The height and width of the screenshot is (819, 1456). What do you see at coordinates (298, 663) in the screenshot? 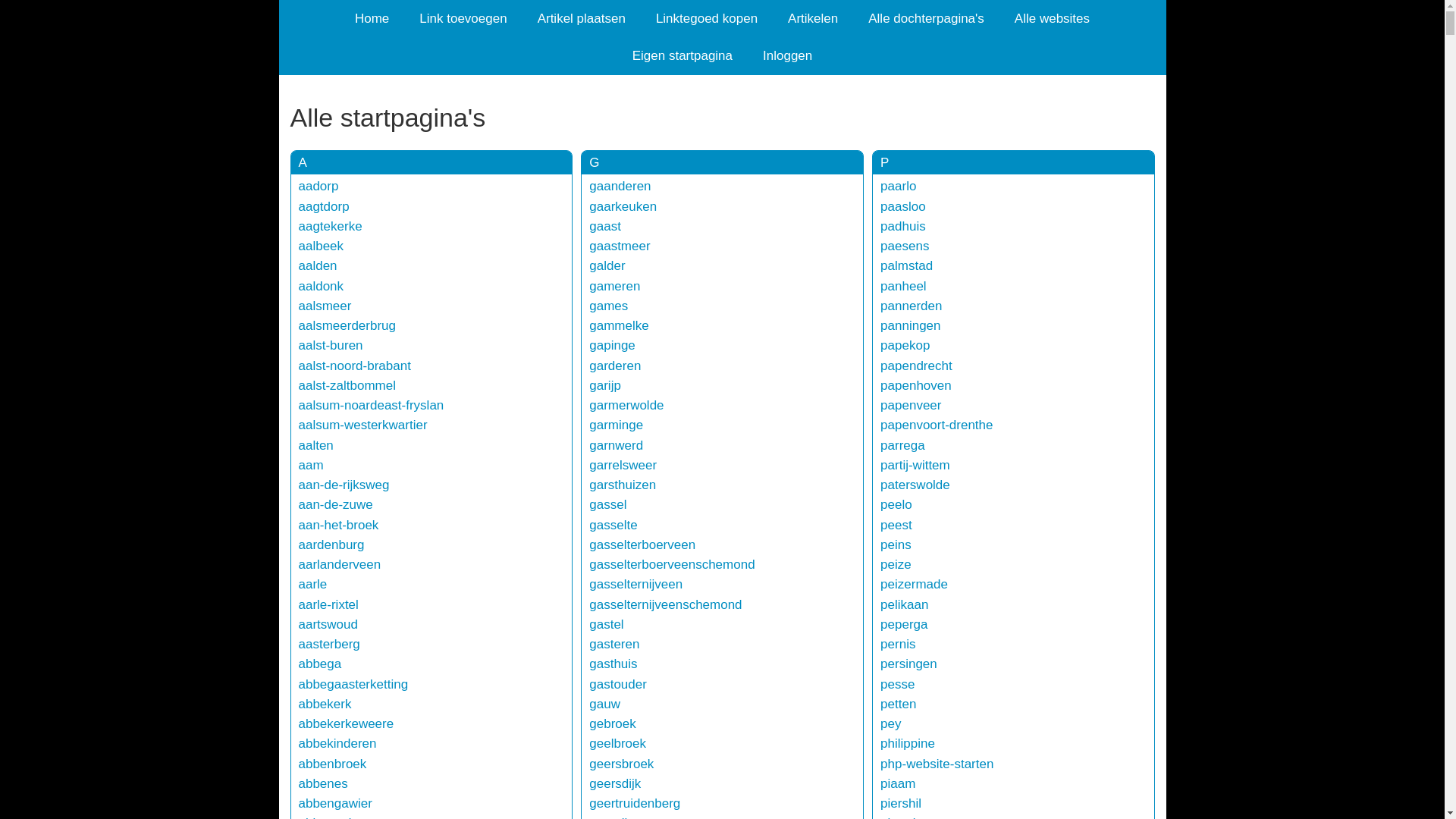
I see `'abbega'` at bounding box center [298, 663].